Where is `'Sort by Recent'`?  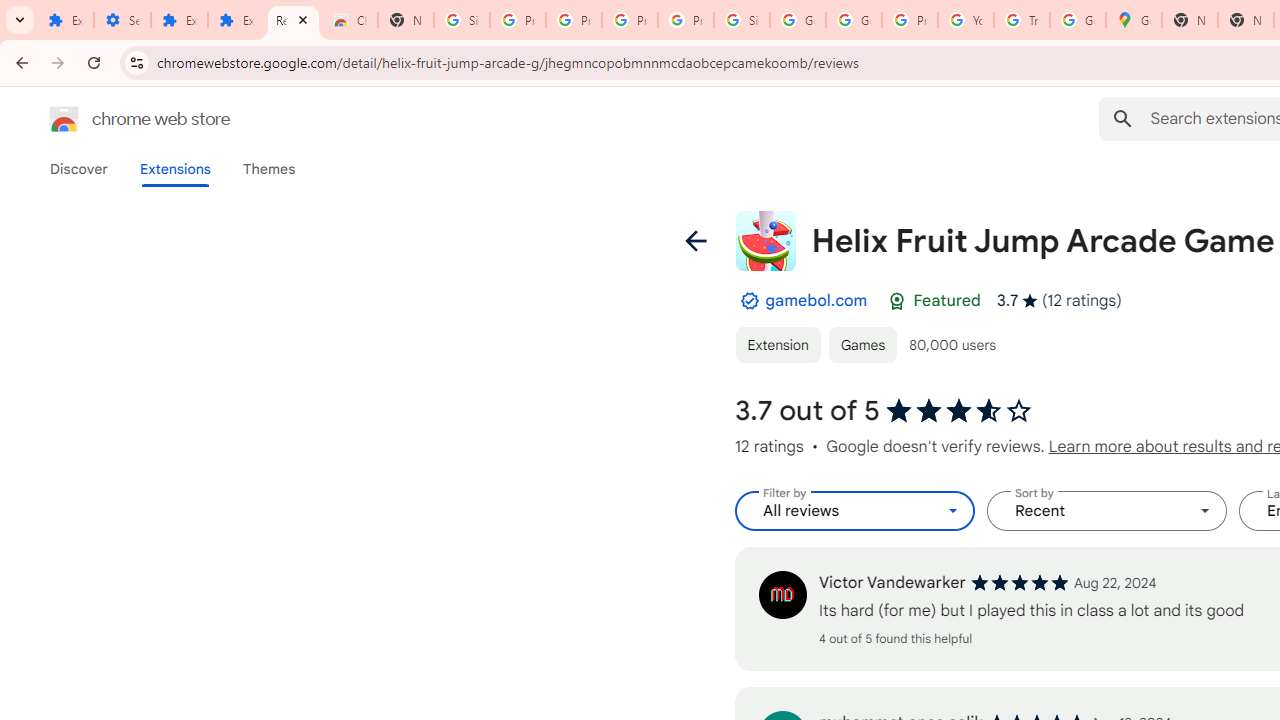
'Sort by Recent' is located at coordinates (1106, 510).